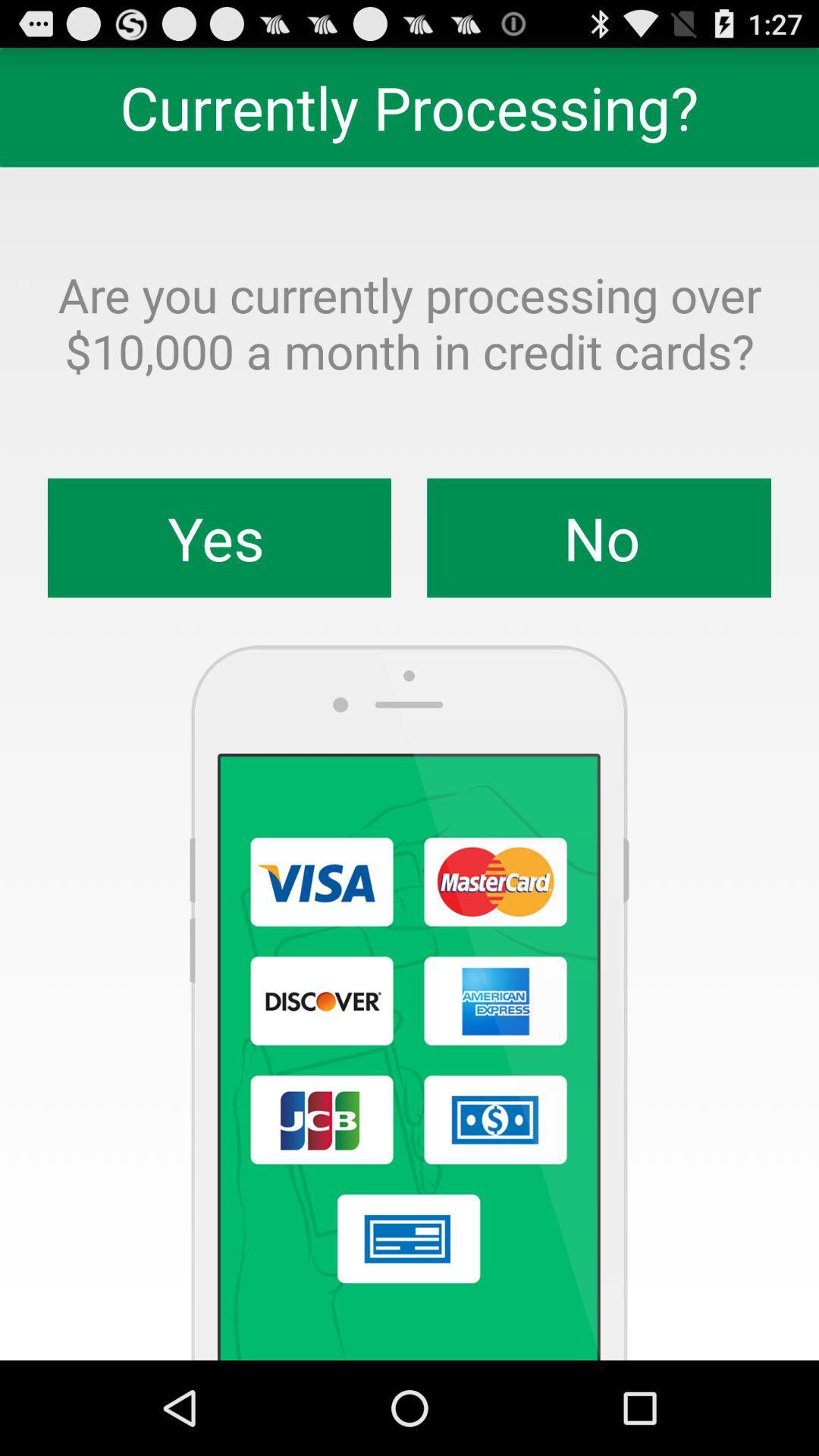 Image resolution: width=819 pixels, height=1456 pixels. Describe the element at coordinates (219, 538) in the screenshot. I see `the icon to the left of the no icon` at that location.